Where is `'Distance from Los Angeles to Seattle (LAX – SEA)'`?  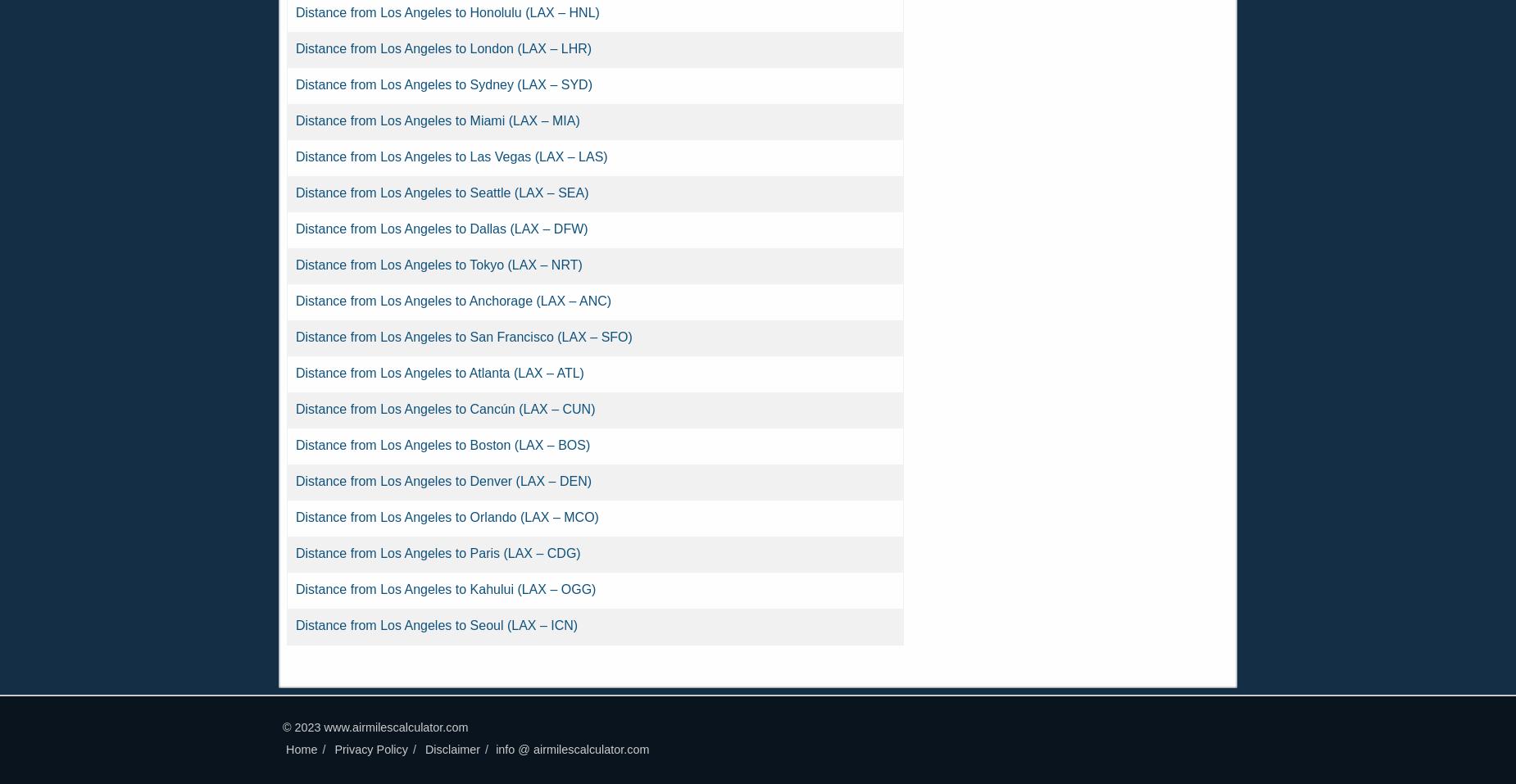
'Distance from Los Angeles to Seattle (LAX – SEA)' is located at coordinates (442, 192).